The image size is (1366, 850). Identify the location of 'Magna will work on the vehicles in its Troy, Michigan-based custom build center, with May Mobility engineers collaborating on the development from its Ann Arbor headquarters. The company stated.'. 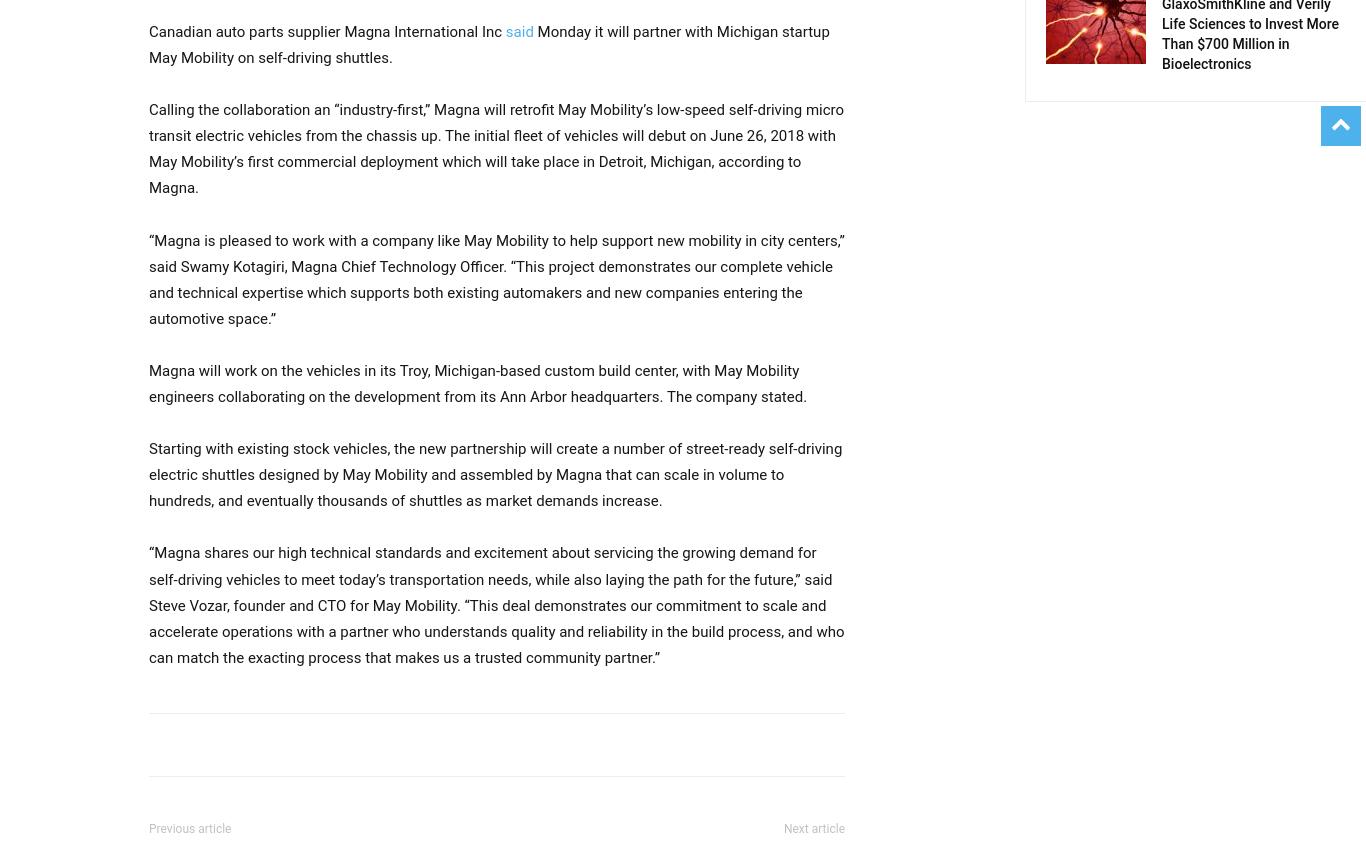
(477, 382).